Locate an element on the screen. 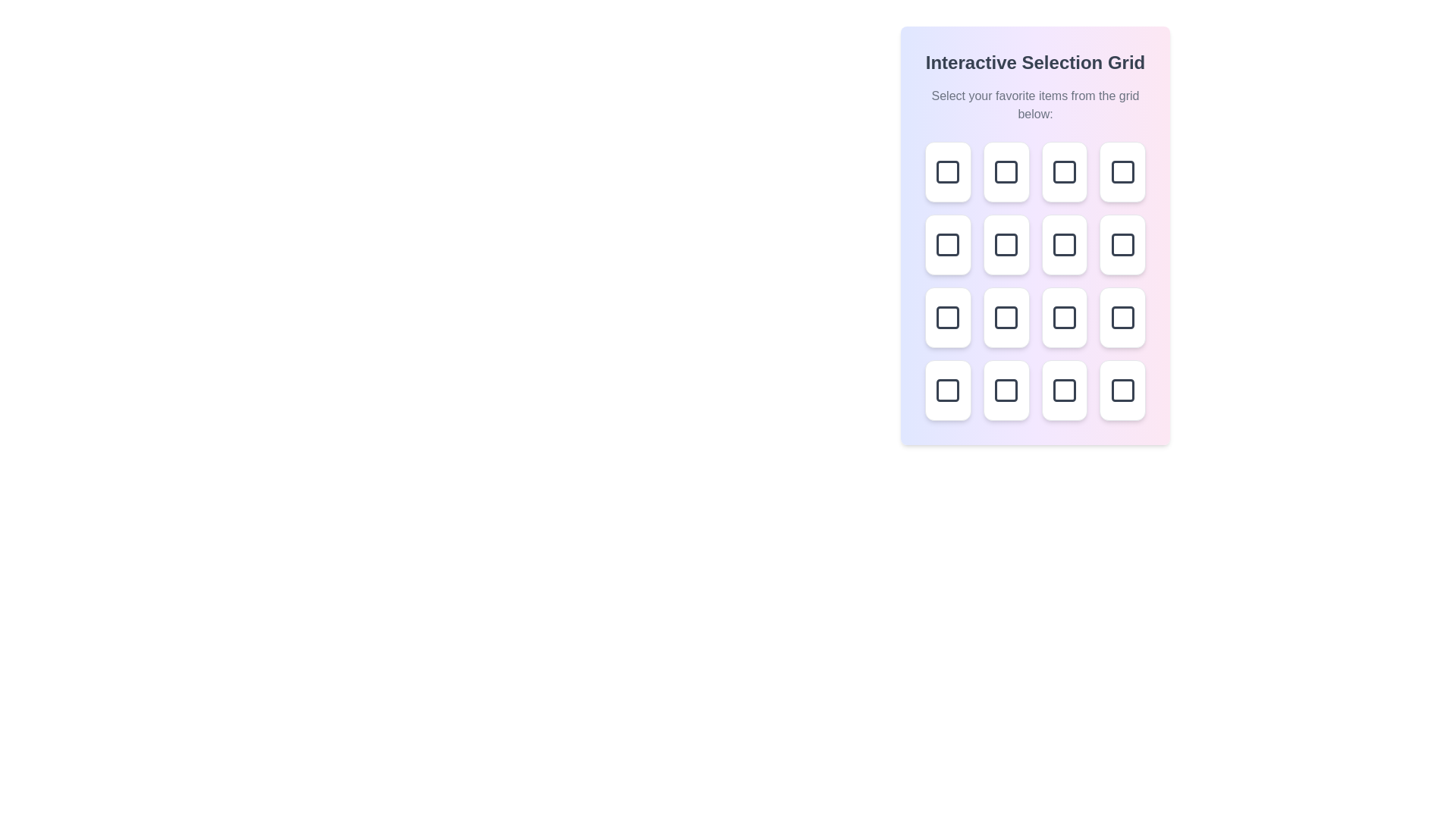  the square button with a white background and dark border located in the second row, third column of the 'Interactive Selection Grid' is located at coordinates (1006, 244).